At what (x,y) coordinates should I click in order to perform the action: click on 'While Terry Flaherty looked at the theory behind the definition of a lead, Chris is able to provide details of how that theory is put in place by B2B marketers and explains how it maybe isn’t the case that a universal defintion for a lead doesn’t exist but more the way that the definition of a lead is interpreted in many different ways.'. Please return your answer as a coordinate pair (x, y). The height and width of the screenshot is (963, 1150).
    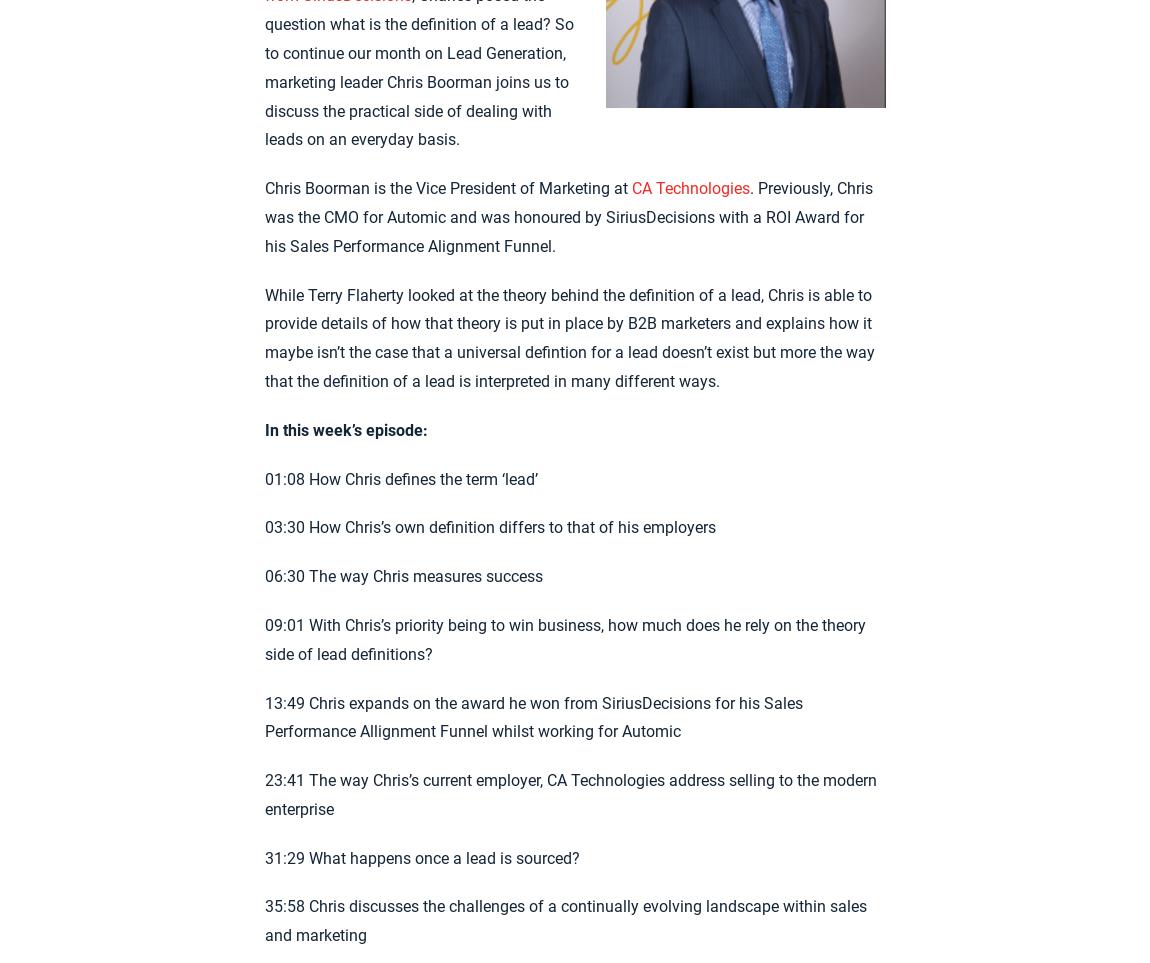
    Looking at the image, I should click on (569, 337).